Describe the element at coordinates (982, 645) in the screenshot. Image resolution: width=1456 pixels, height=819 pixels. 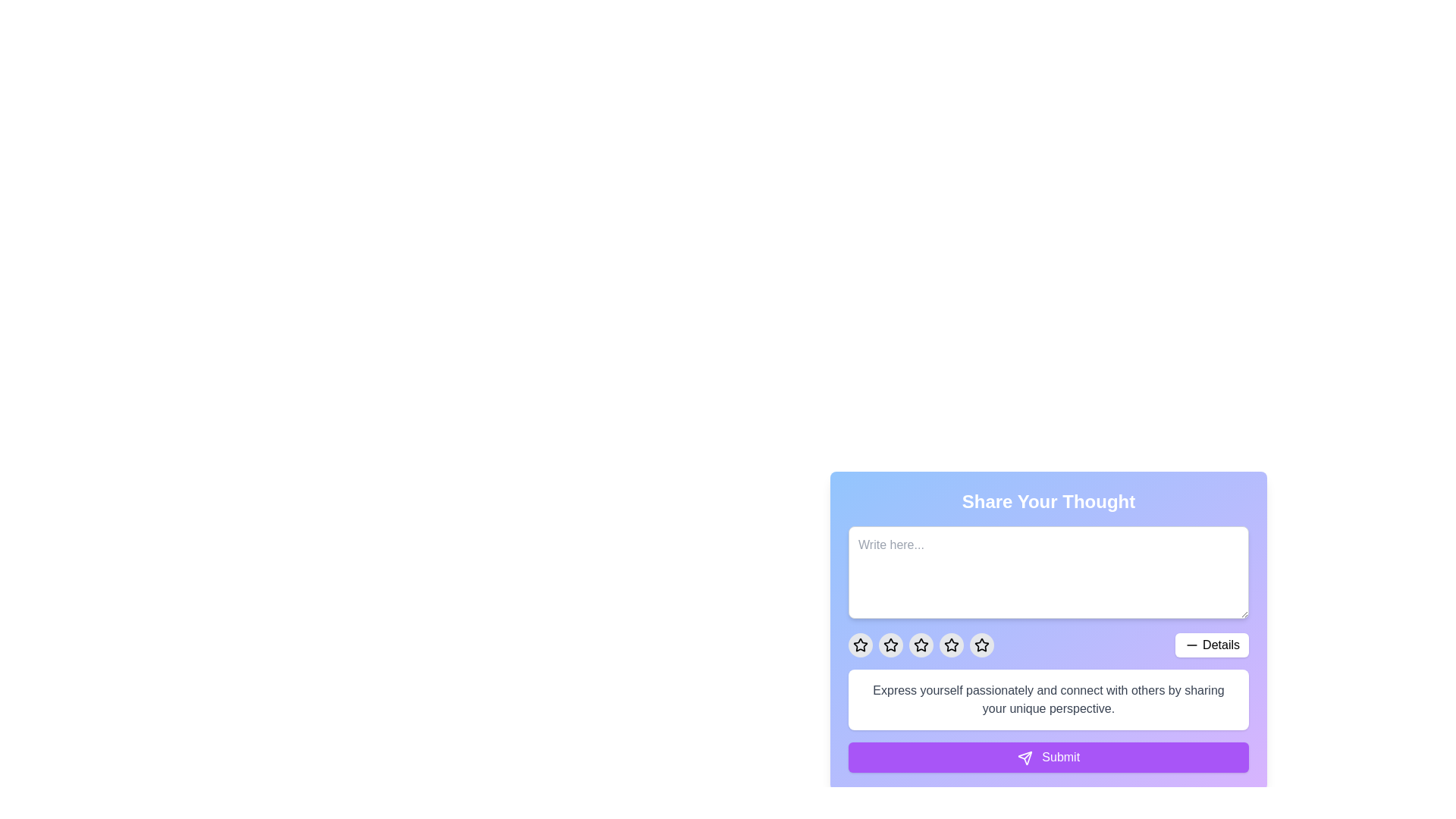
I see `the fifth rating star button` at that location.